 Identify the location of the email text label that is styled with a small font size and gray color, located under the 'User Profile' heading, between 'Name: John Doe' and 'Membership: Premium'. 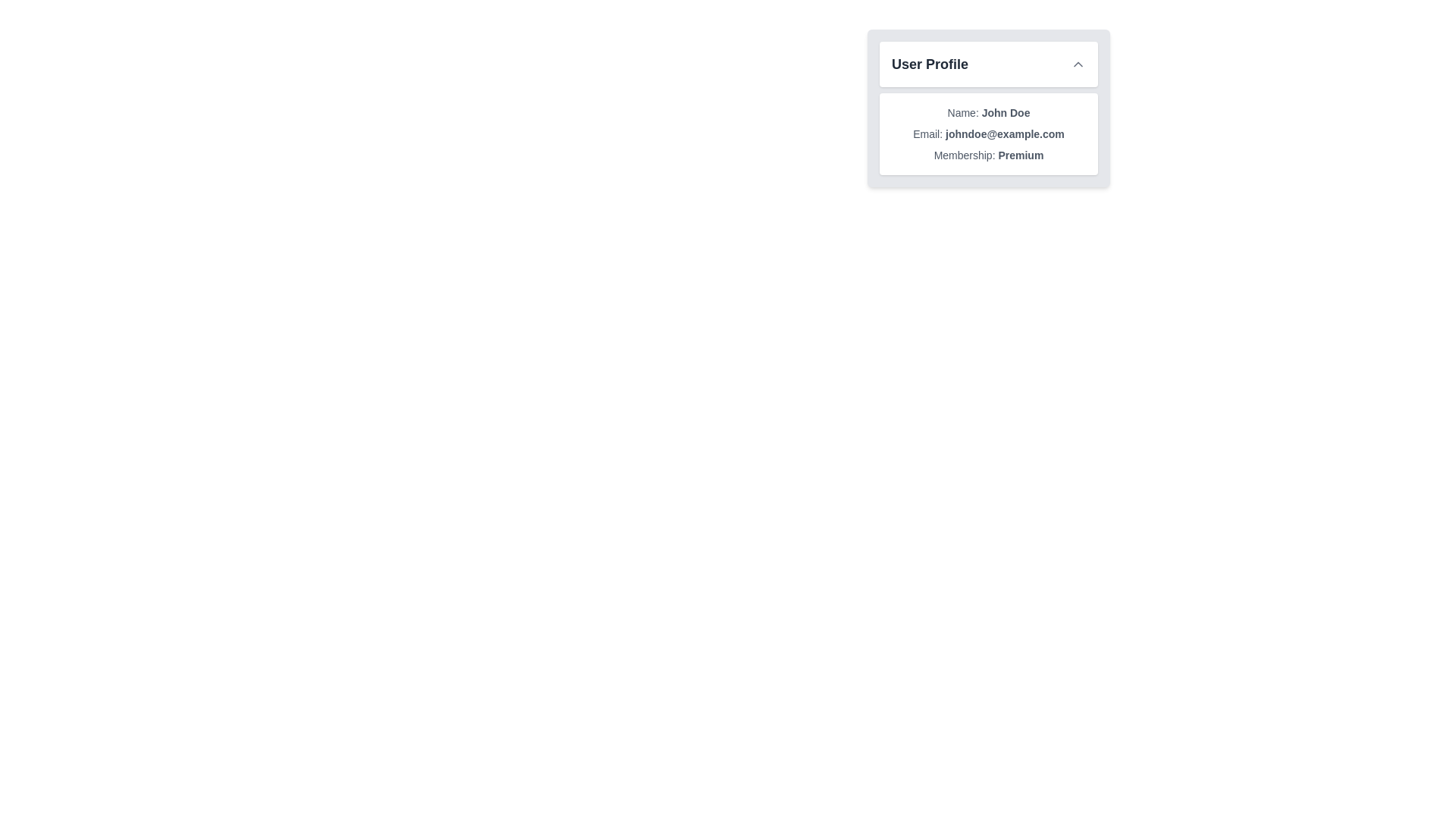
(989, 133).